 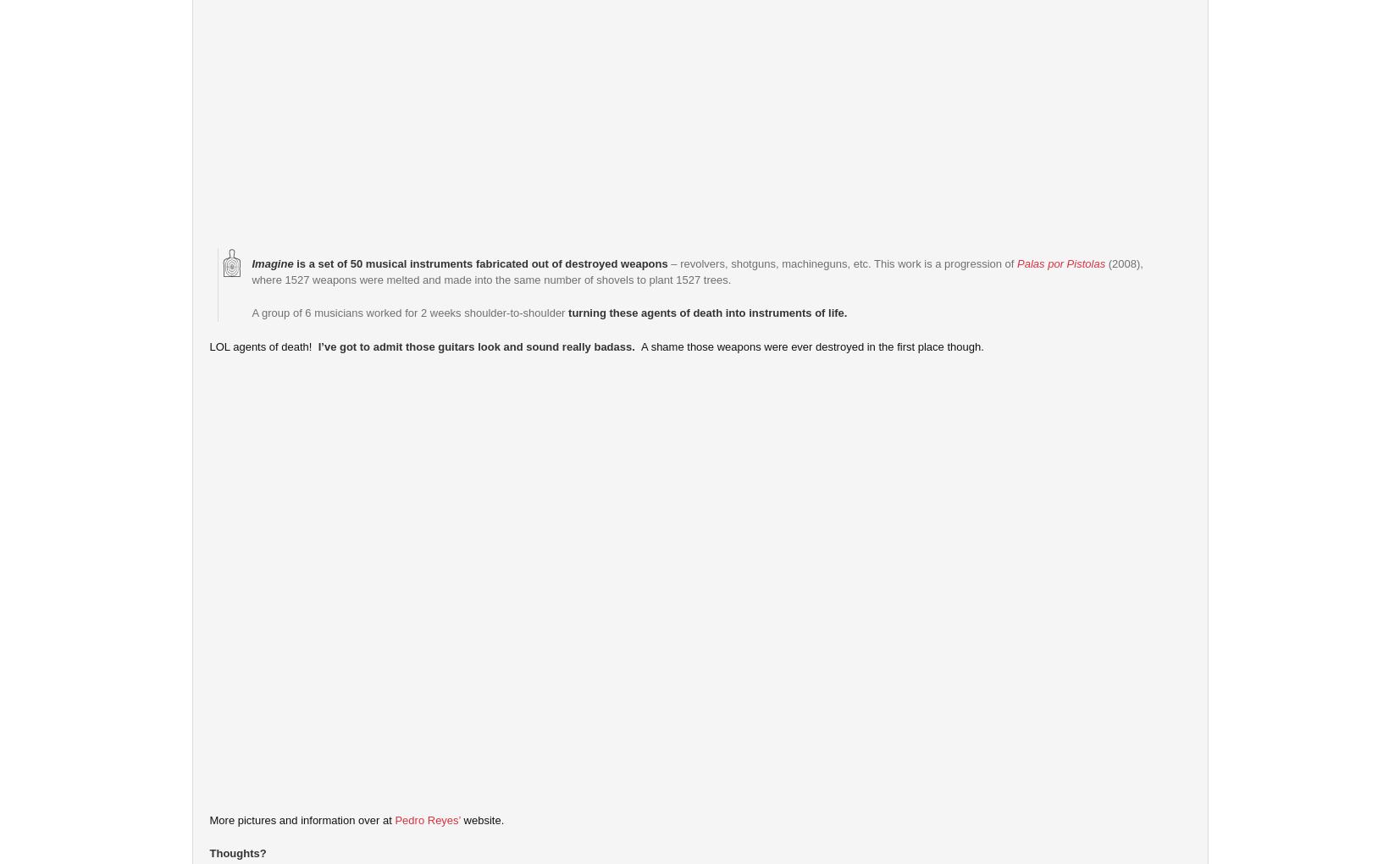 What do you see at coordinates (426, 818) in the screenshot?
I see `'Pedro Reyes’'` at bounding box center [426, 818].